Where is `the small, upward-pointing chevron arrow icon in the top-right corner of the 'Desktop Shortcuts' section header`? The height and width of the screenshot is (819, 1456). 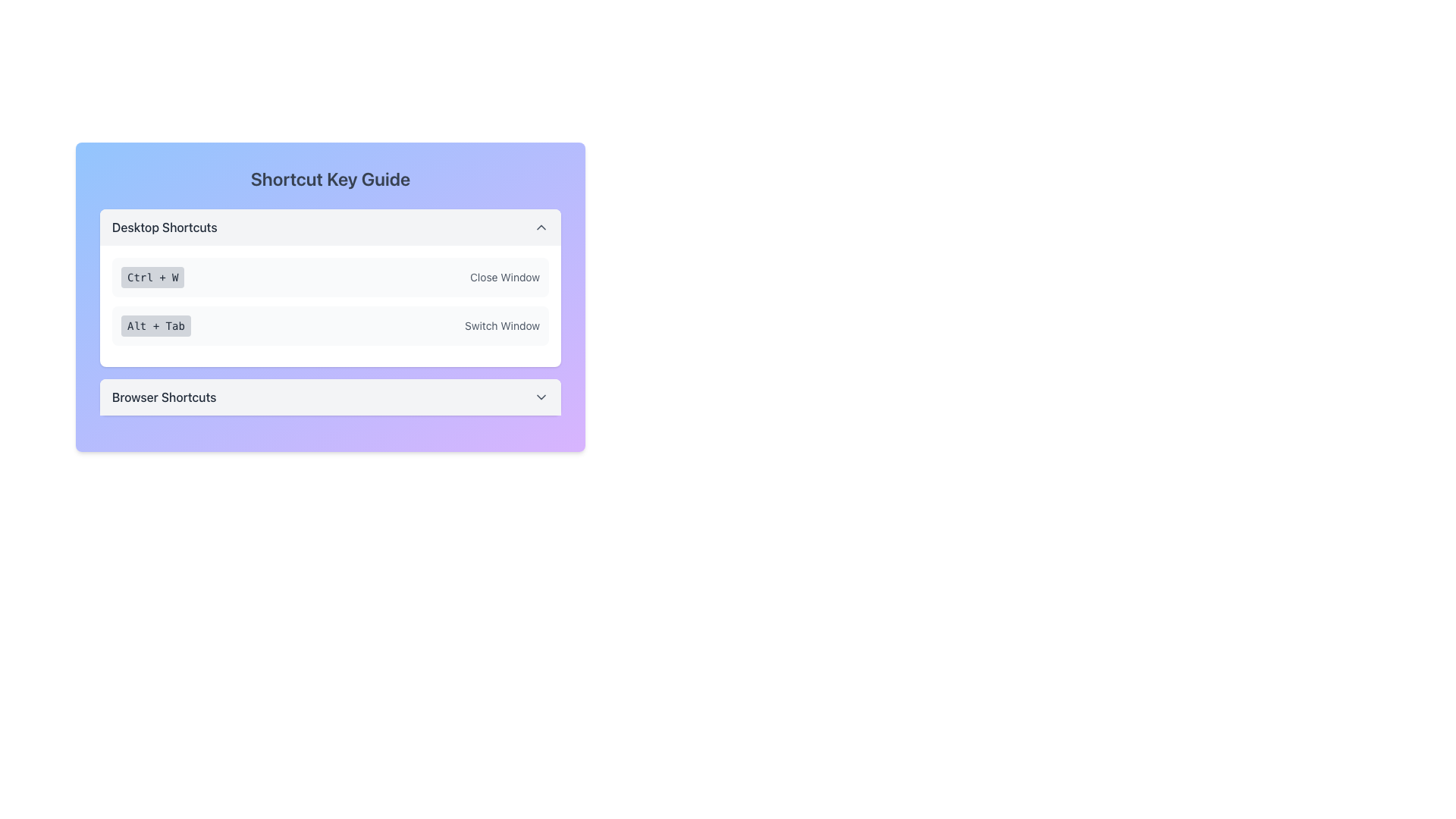 the small, upward-pointing chevron arrow icon in the top-right corner of the 'Desktop Shortcuts' section header is located at coordinates (541, 227).